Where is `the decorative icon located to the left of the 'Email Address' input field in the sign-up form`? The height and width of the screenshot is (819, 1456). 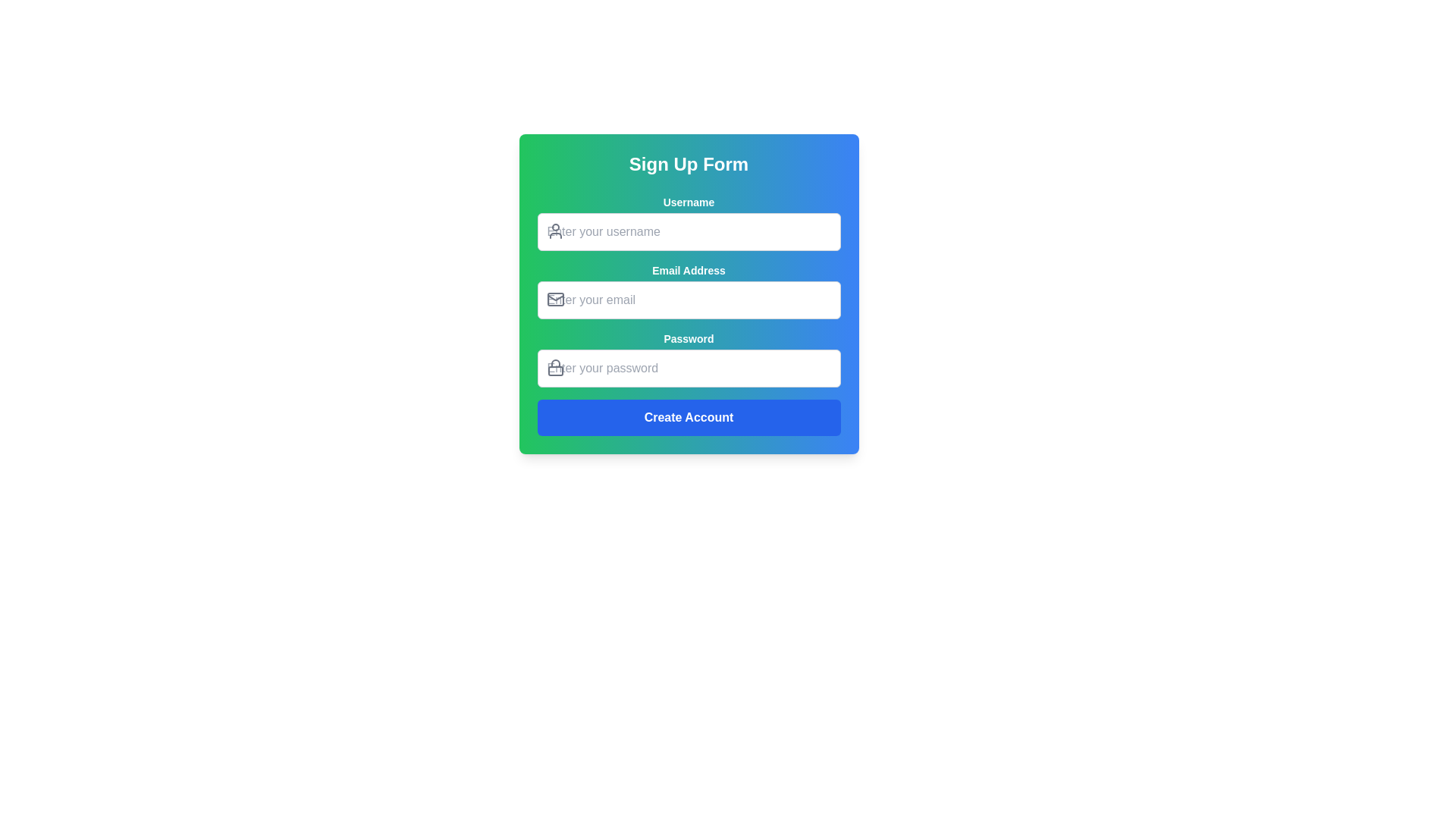
the decorative icon located to the left of the 'Email Address' input field in the sign-up form is located at coordinates (554, 299).